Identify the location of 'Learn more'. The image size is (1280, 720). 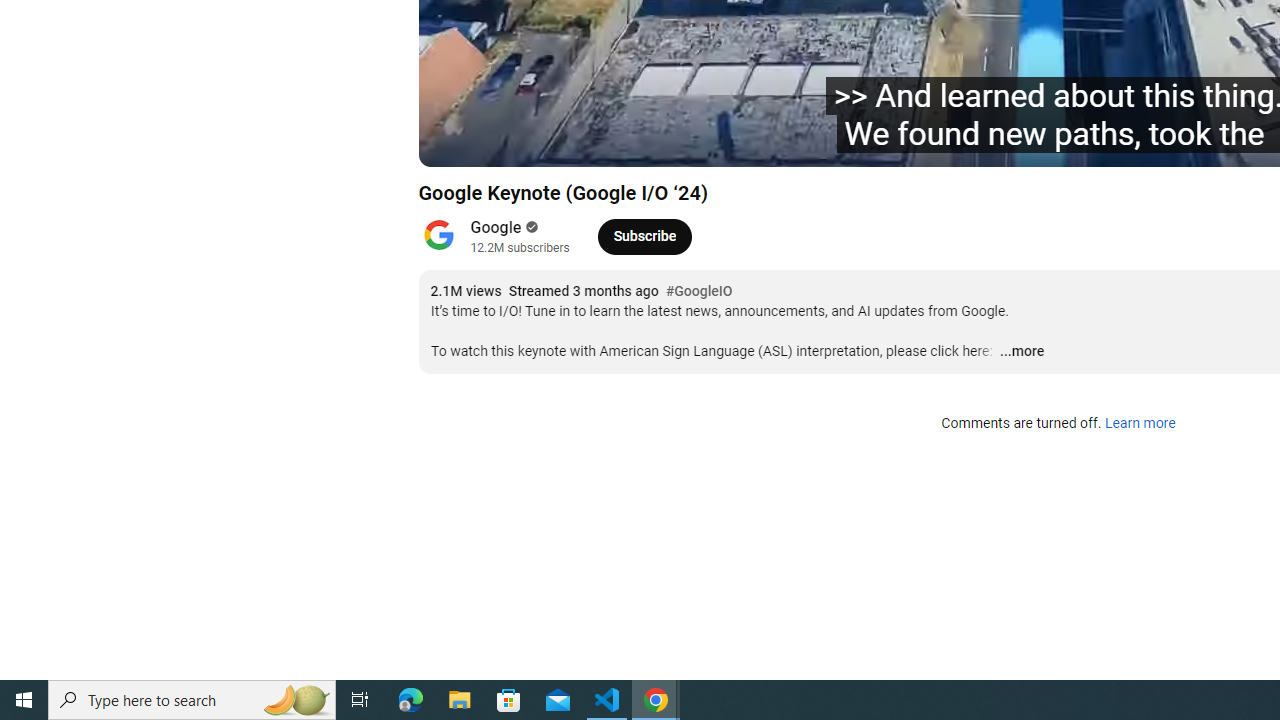
(1139, 423).